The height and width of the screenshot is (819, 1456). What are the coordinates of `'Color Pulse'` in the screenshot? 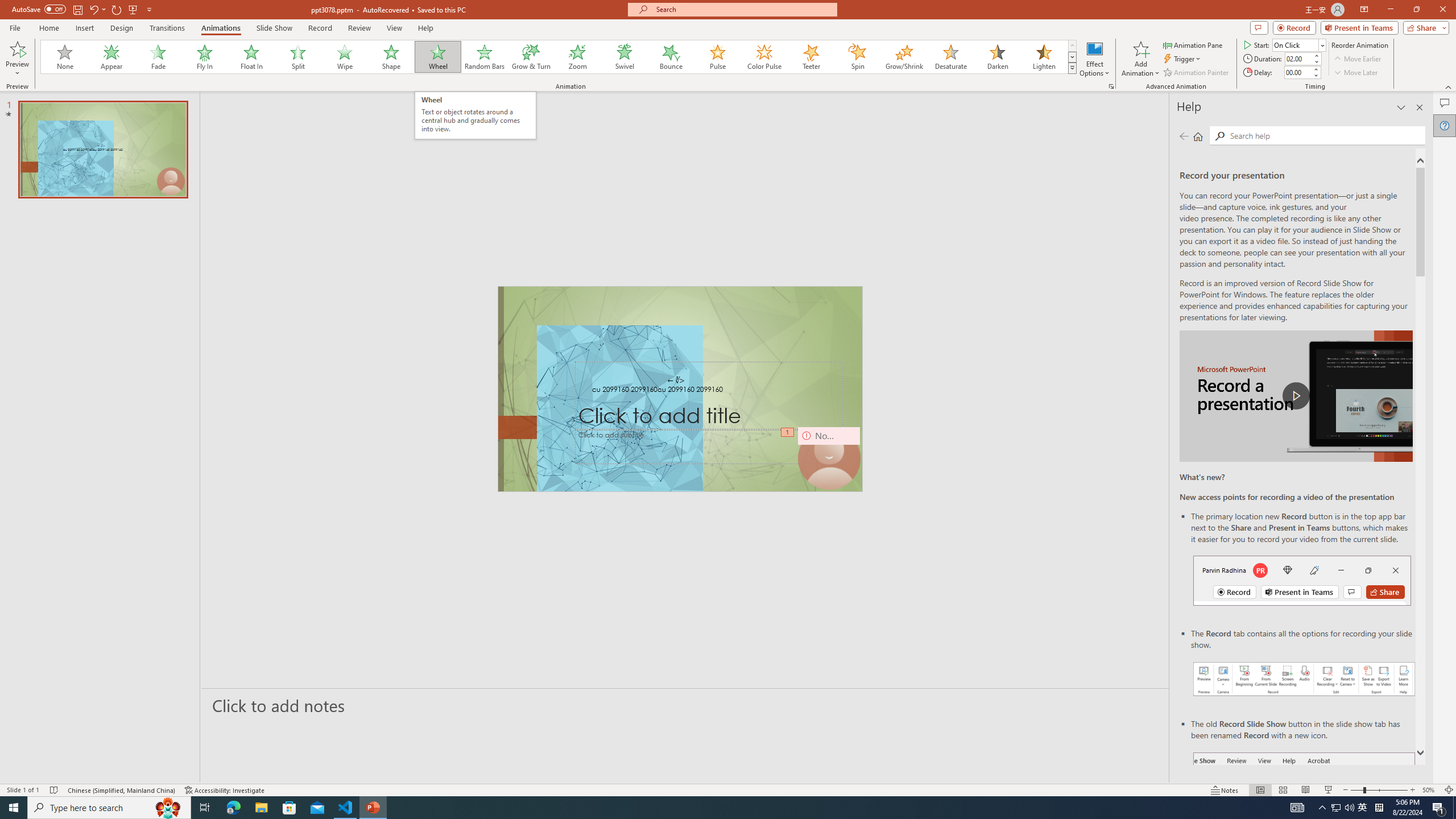 It's located at (764, 56).